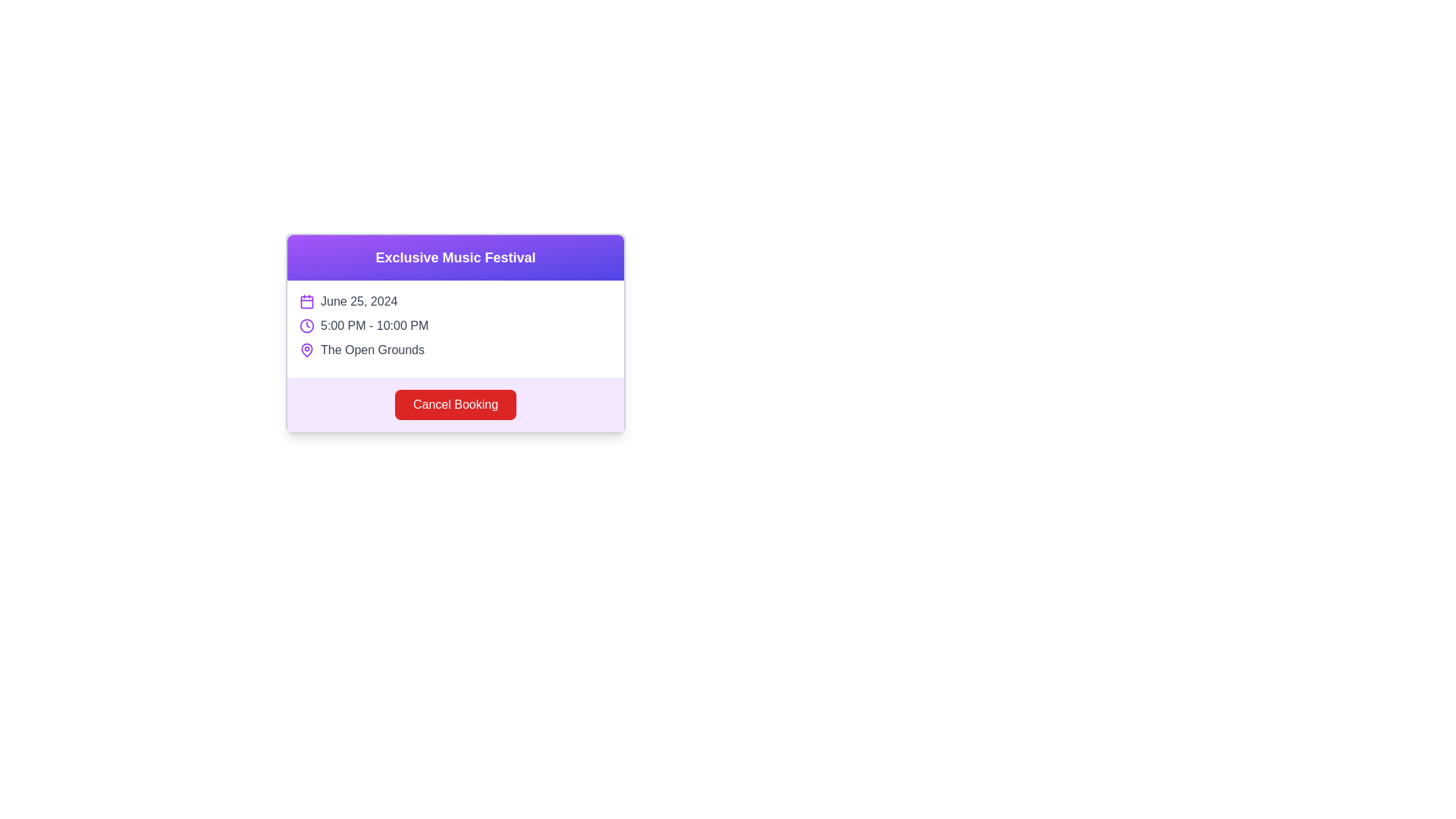 This screenshot has width=1456, height=819. I want to click on the Text Label that indicates the location of an event, positioned at the bottom-center of the card, next to a purple location pin icon, so click(372, 350).